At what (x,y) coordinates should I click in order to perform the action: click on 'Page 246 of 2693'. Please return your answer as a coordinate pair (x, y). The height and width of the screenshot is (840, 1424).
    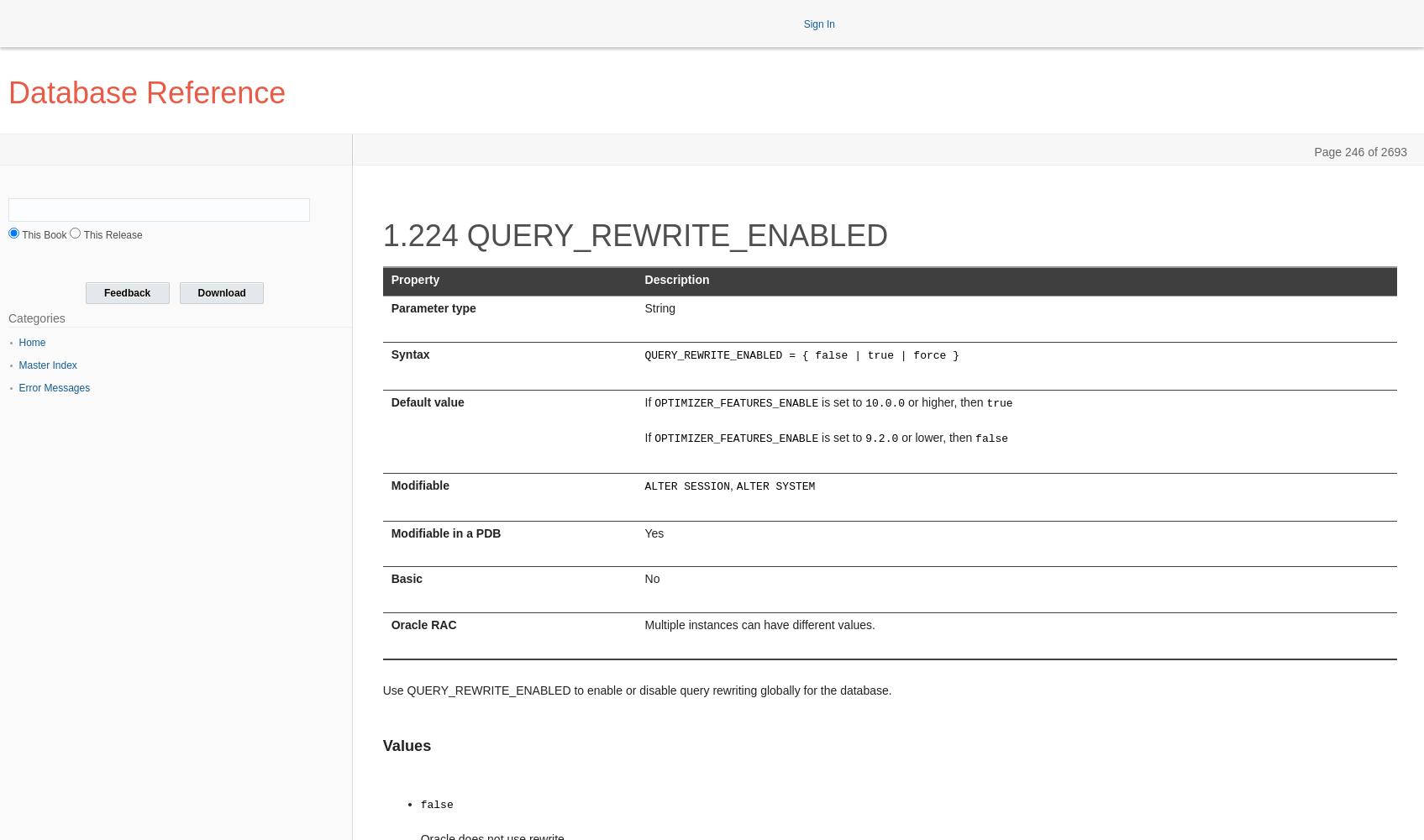
    Looking at the image, I should click on (1360, 152).